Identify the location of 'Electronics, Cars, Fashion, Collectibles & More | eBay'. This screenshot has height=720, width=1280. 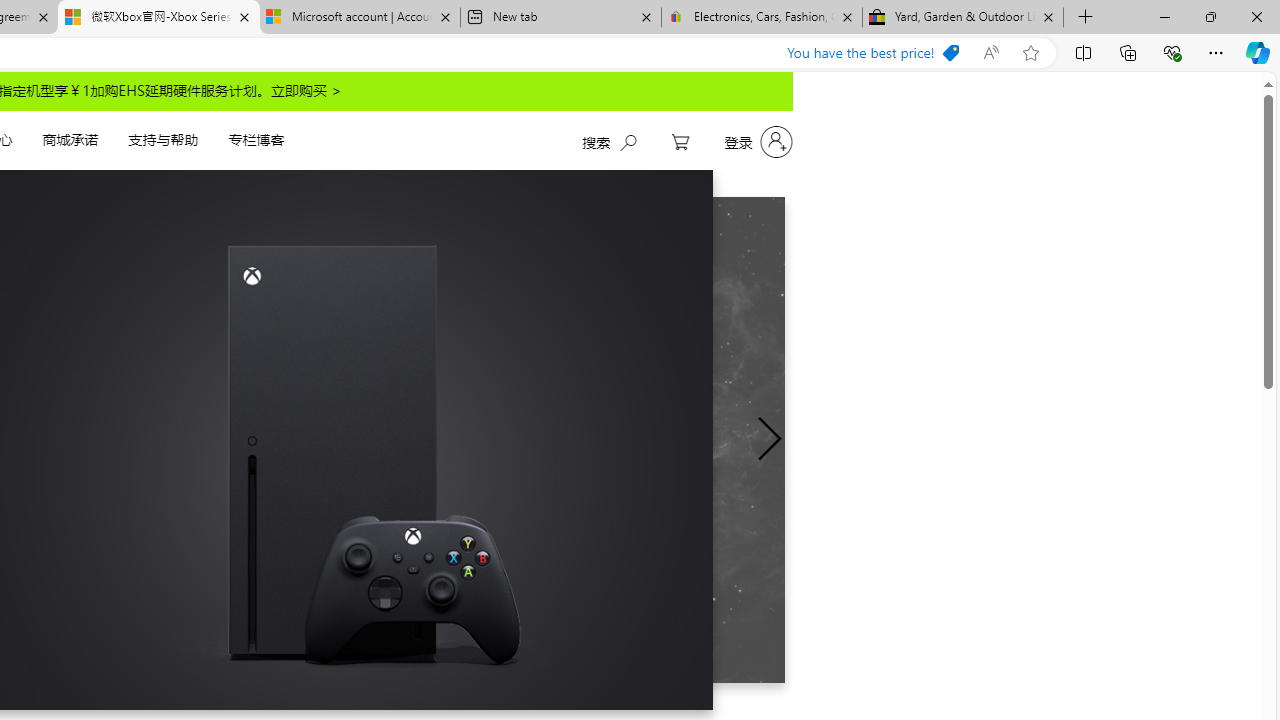
(760, 17).